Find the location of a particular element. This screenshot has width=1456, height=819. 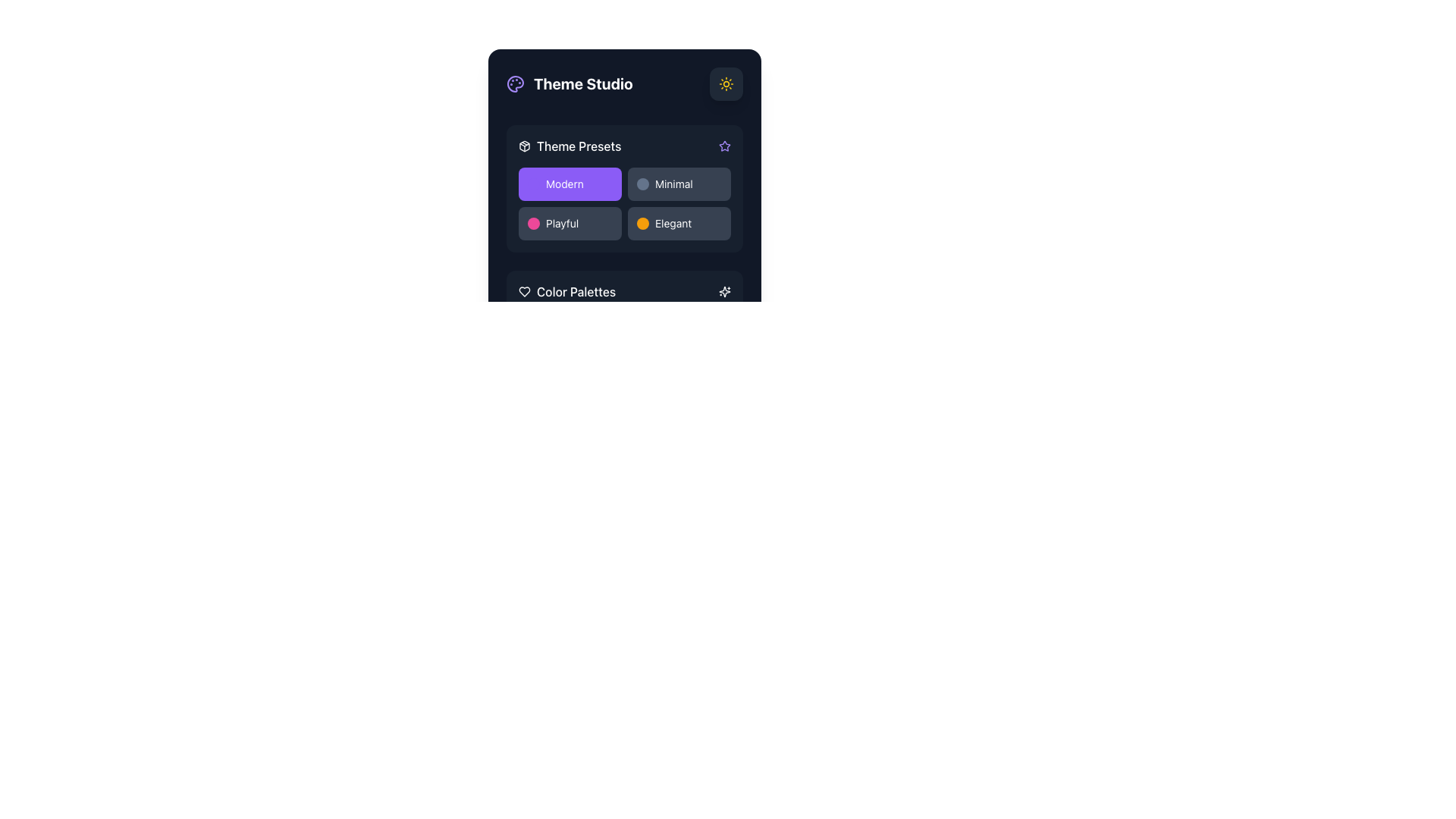

the visual indicator icon associated with the 'Playful' option, located within the 'Theme Presets' area is located at coordinates (534, 223).